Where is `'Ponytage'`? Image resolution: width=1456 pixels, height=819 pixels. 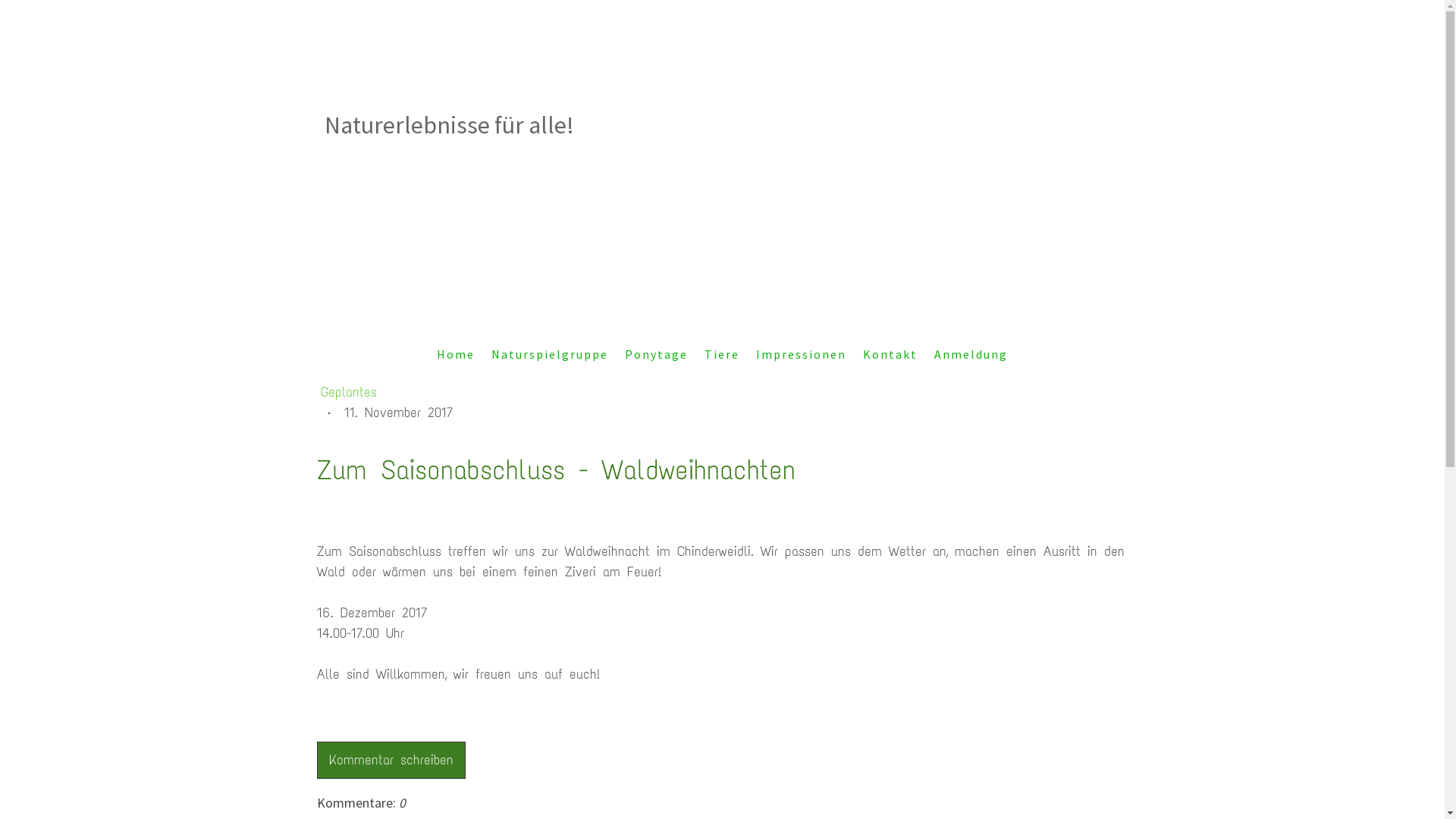
'Ponytage' is located at coordinates (656, 353).